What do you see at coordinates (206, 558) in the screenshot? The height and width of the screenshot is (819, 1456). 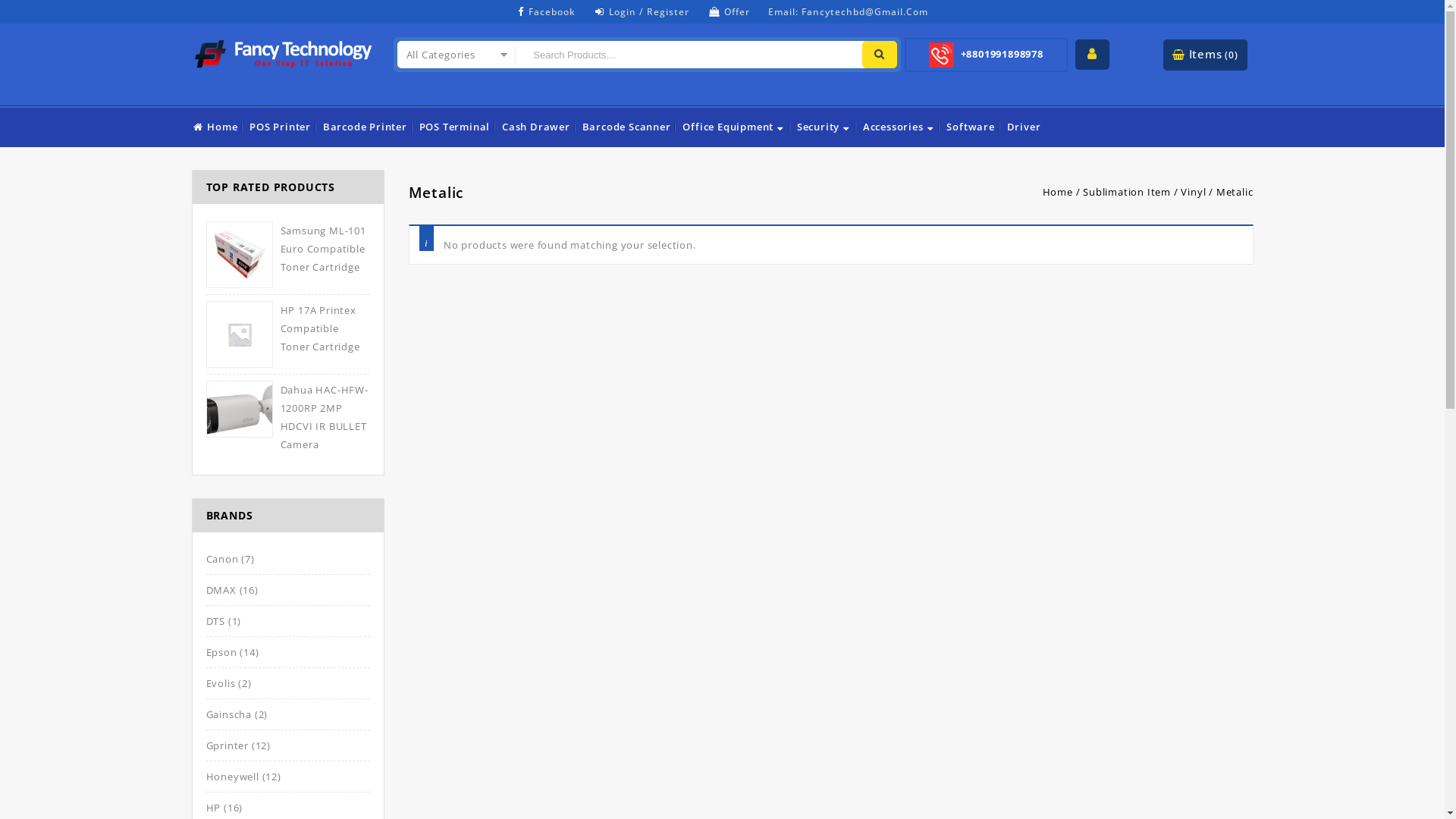 I see `'Canon'` at bounding box center [206, 558].